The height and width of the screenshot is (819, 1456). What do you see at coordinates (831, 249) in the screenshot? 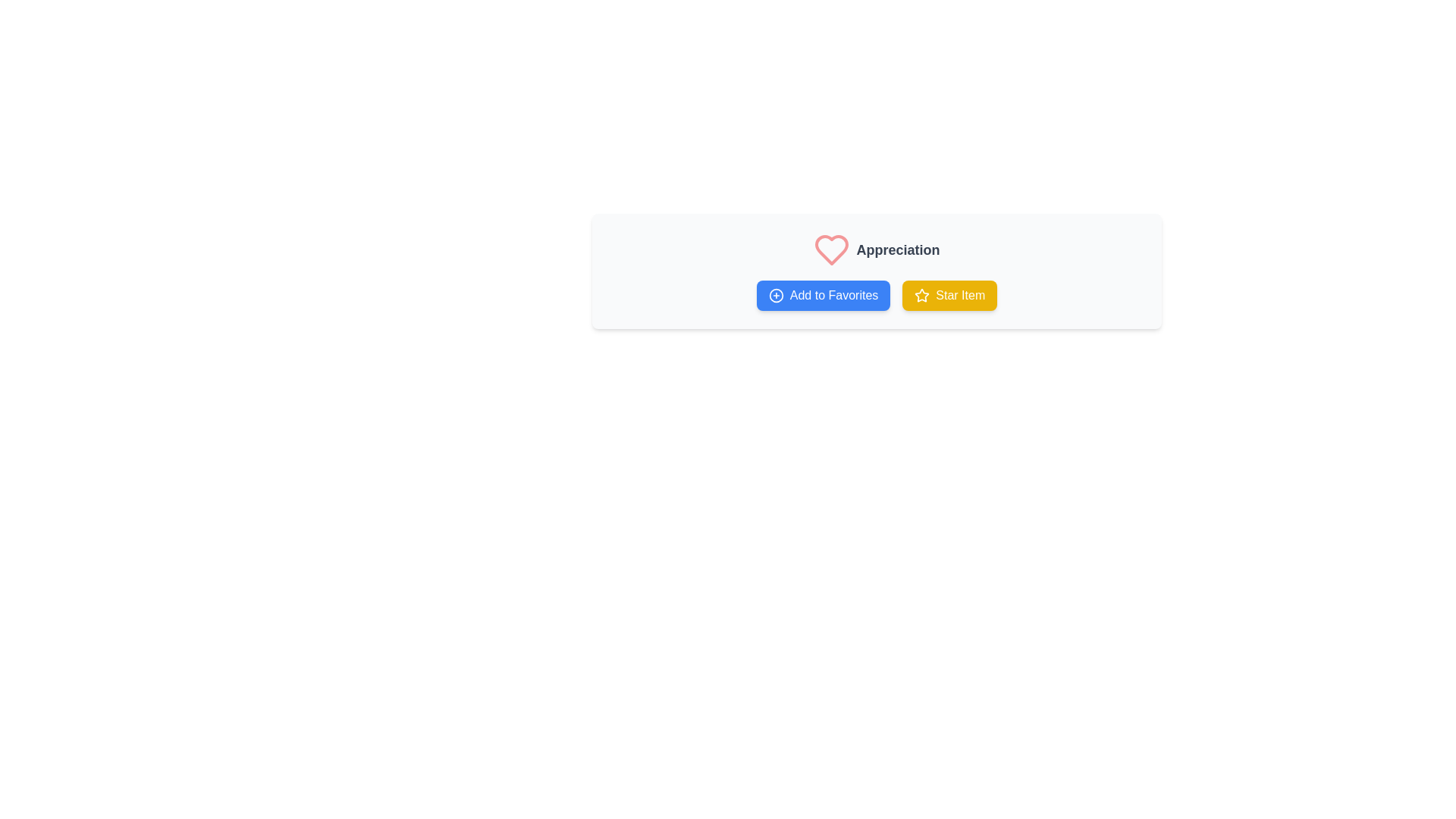
I see `the decorative or status-indicating icon located to the left of the text 'Appreciation'` at bounding box center [831, 249].